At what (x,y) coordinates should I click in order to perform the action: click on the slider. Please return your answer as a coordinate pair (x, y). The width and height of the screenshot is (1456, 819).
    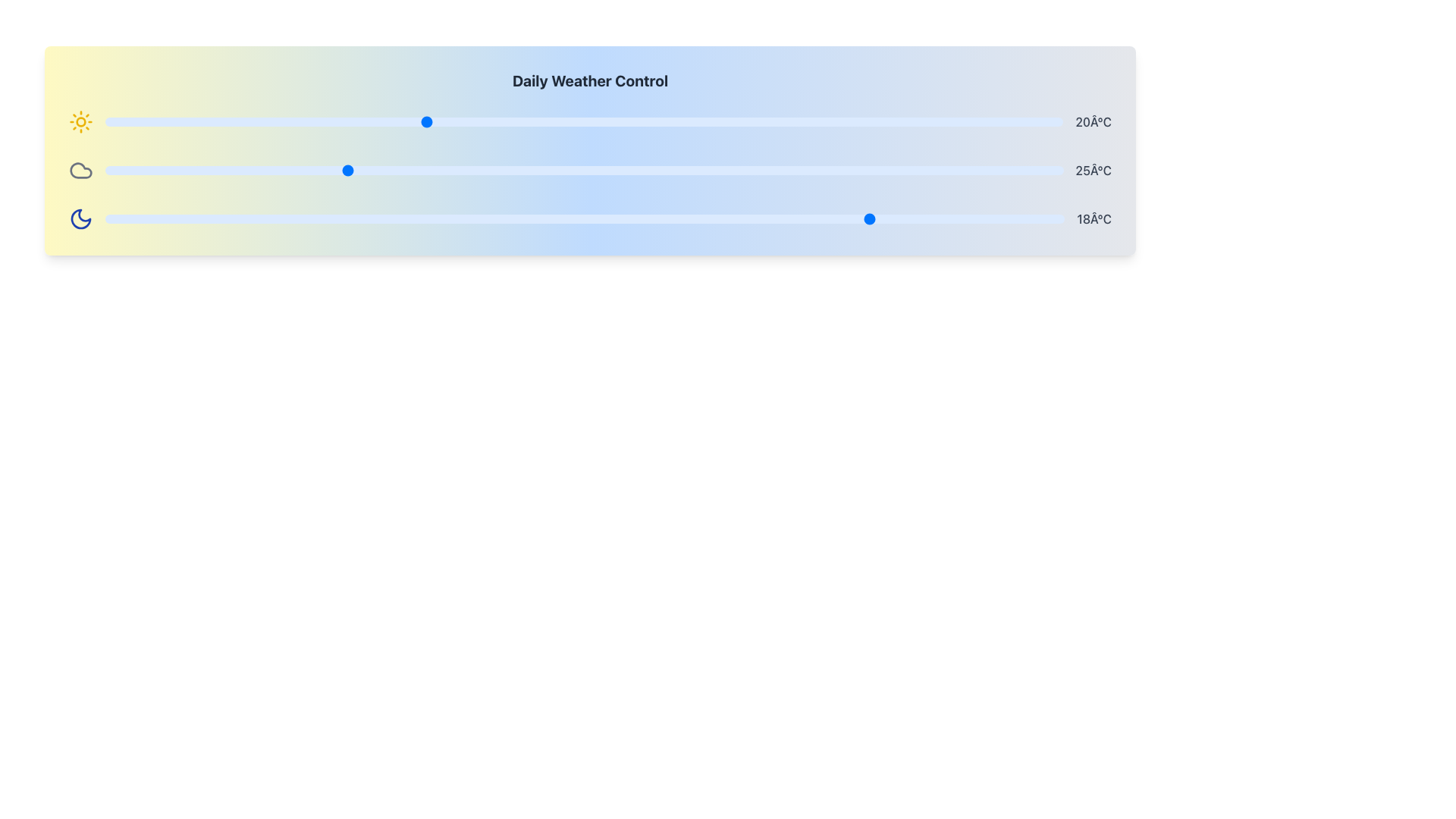
    Looking at the image, I should click on (999, 121).